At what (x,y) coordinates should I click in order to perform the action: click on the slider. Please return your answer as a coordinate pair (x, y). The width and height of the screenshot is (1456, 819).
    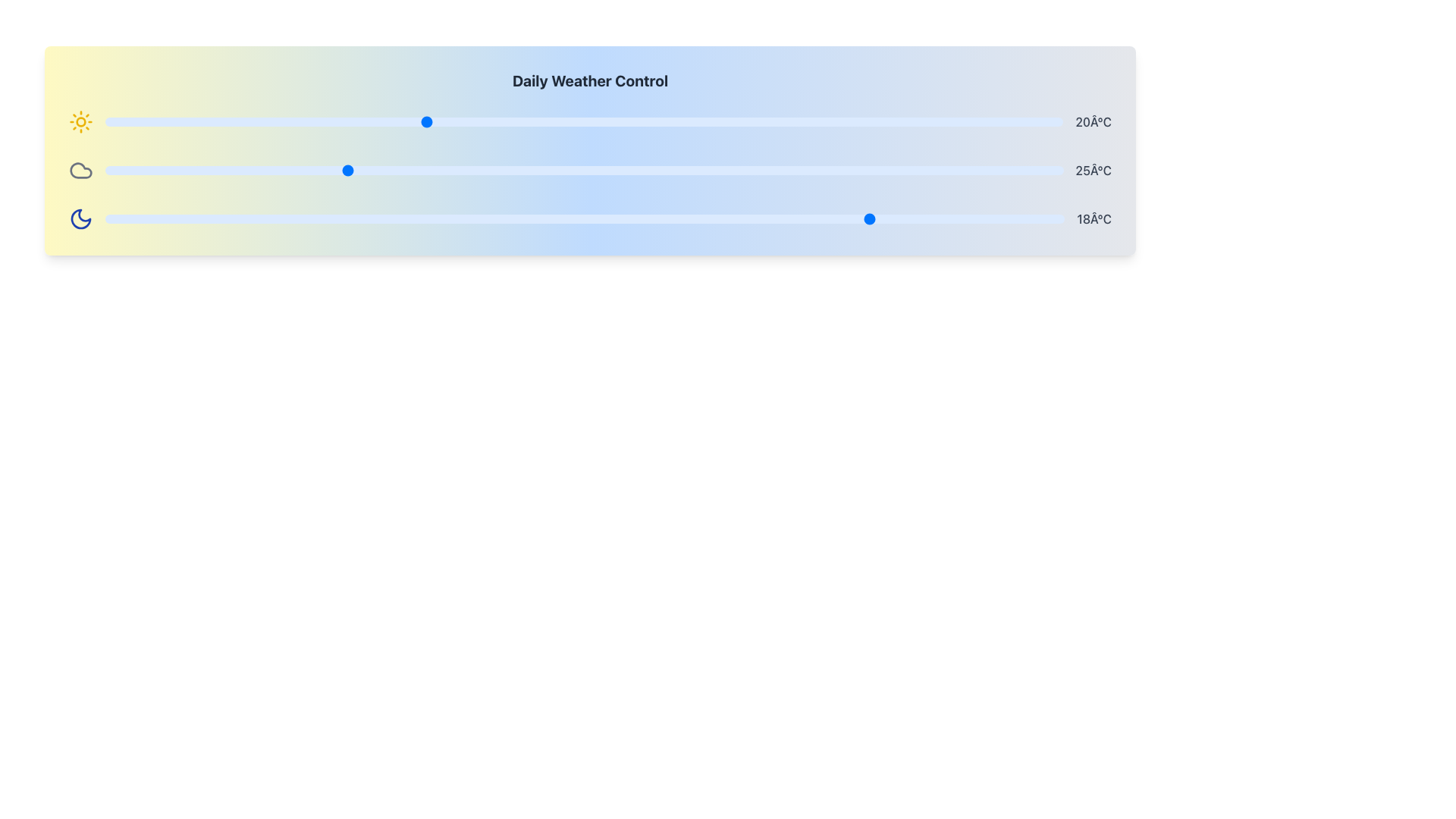
    Looking at the image, I should click on (999, 121).